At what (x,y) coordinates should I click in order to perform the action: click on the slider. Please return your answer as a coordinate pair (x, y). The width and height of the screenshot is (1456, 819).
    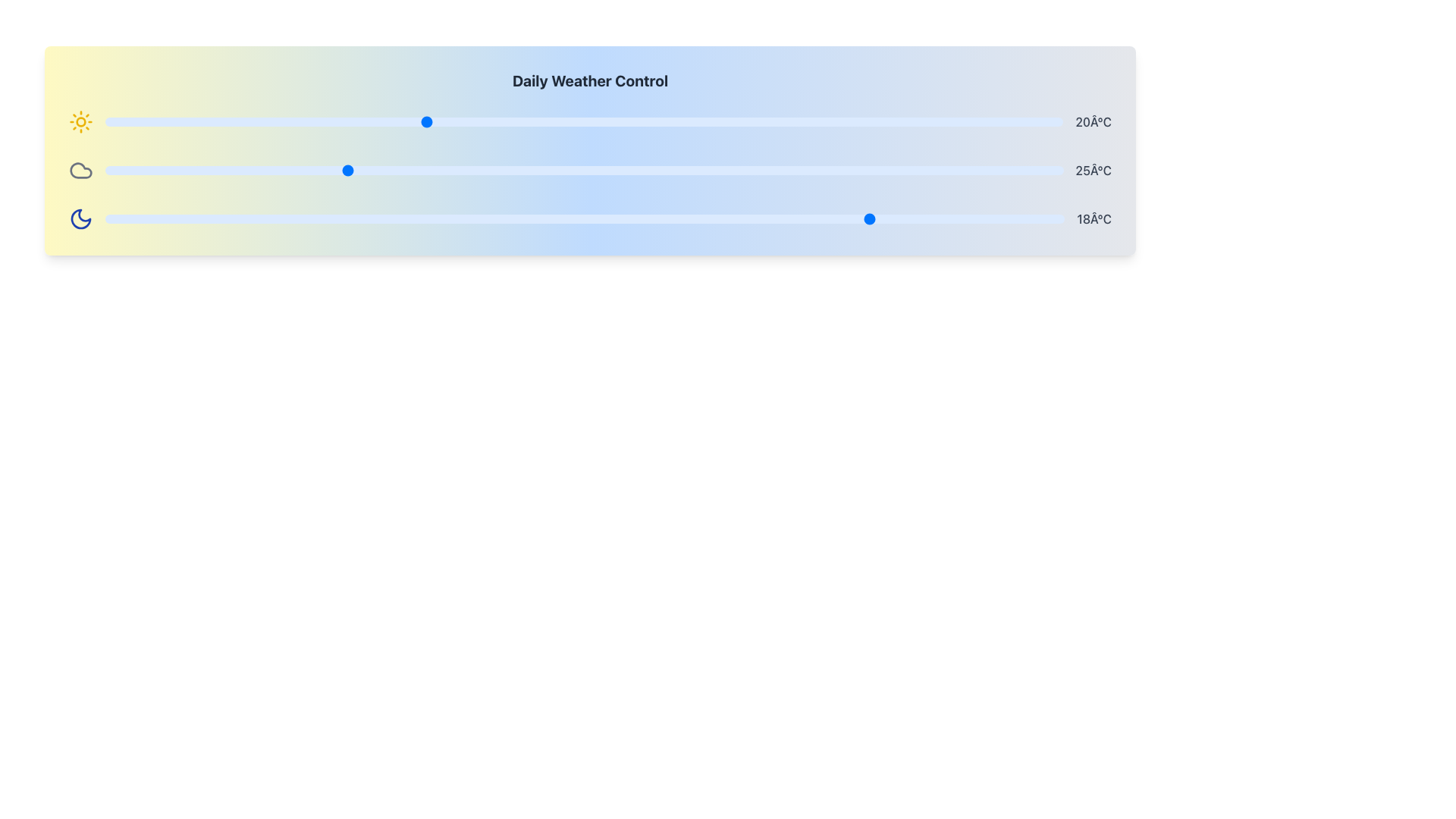
    Looking at the image, I should click on (999, 121).